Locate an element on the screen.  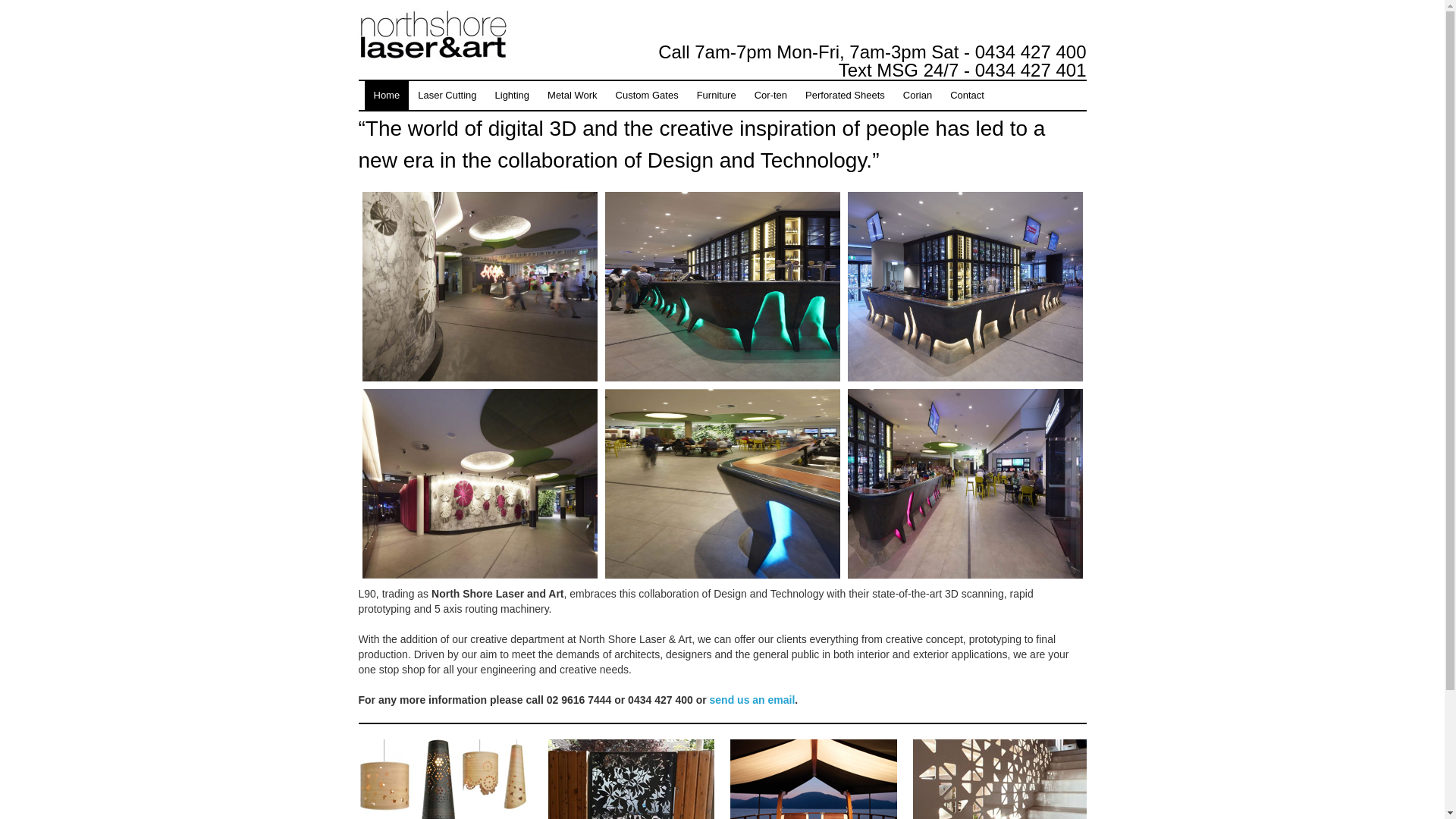
'Corian' is located at coordinates (916, 96).